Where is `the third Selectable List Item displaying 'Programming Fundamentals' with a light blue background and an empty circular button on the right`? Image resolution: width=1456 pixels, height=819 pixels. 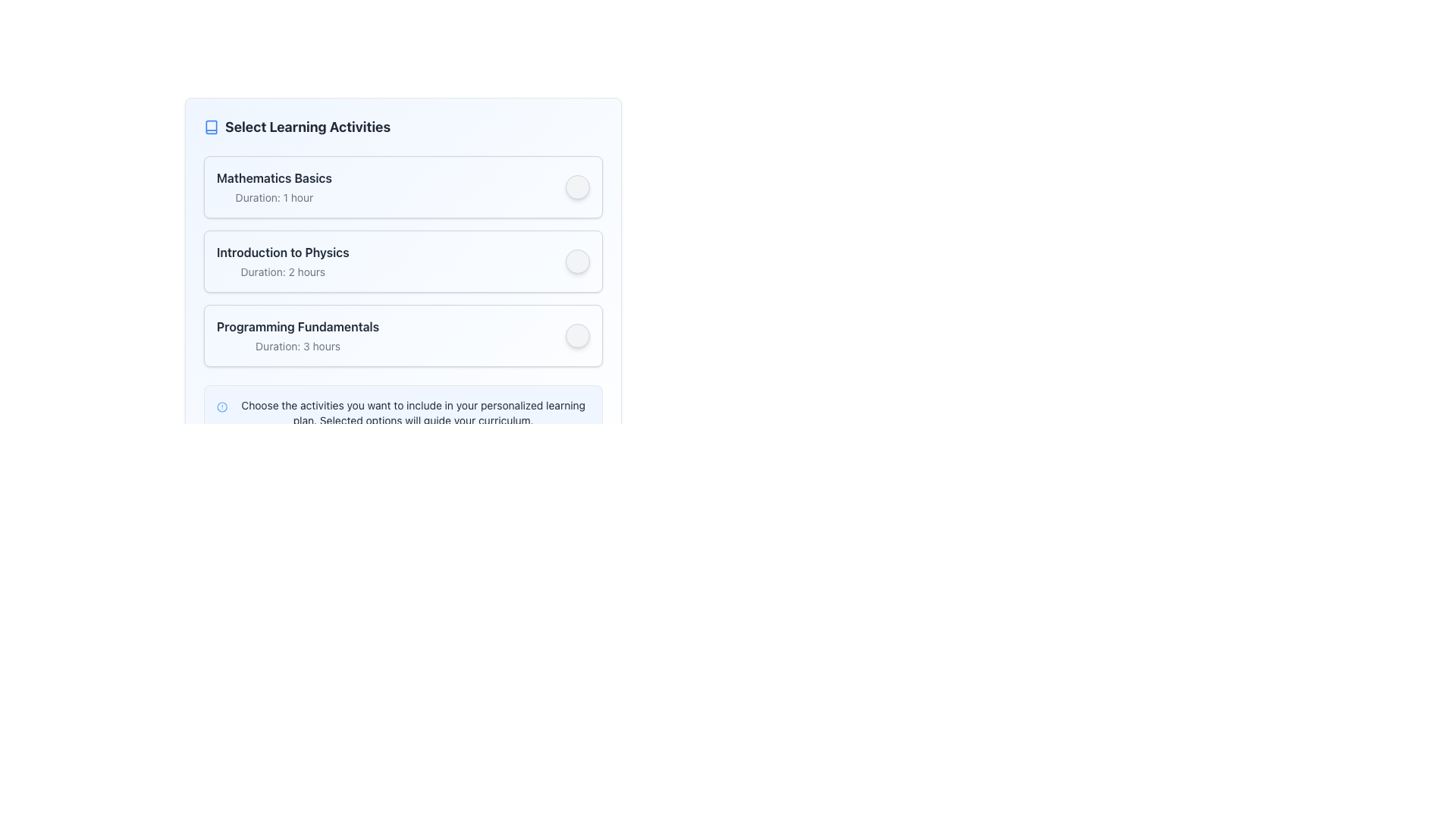 the third Selectable List Item displaying 'Programming Fundamentals' with a light blue background and an empty circular button on the right is located at coordinates (403, 335).